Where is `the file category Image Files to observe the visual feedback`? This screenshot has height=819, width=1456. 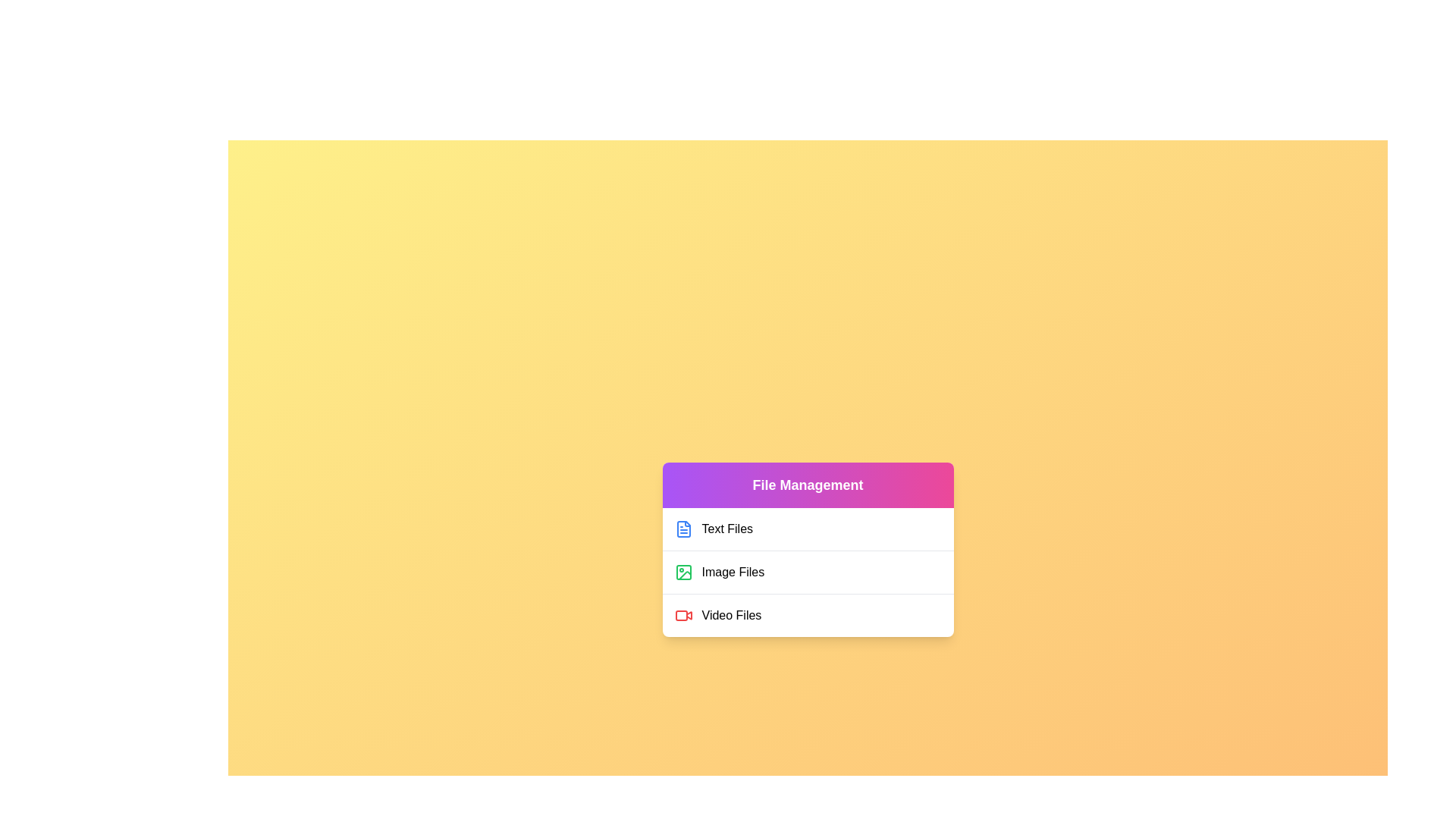 the file category Image Files to observe the visual feedback is located at coordinates (807, 572).